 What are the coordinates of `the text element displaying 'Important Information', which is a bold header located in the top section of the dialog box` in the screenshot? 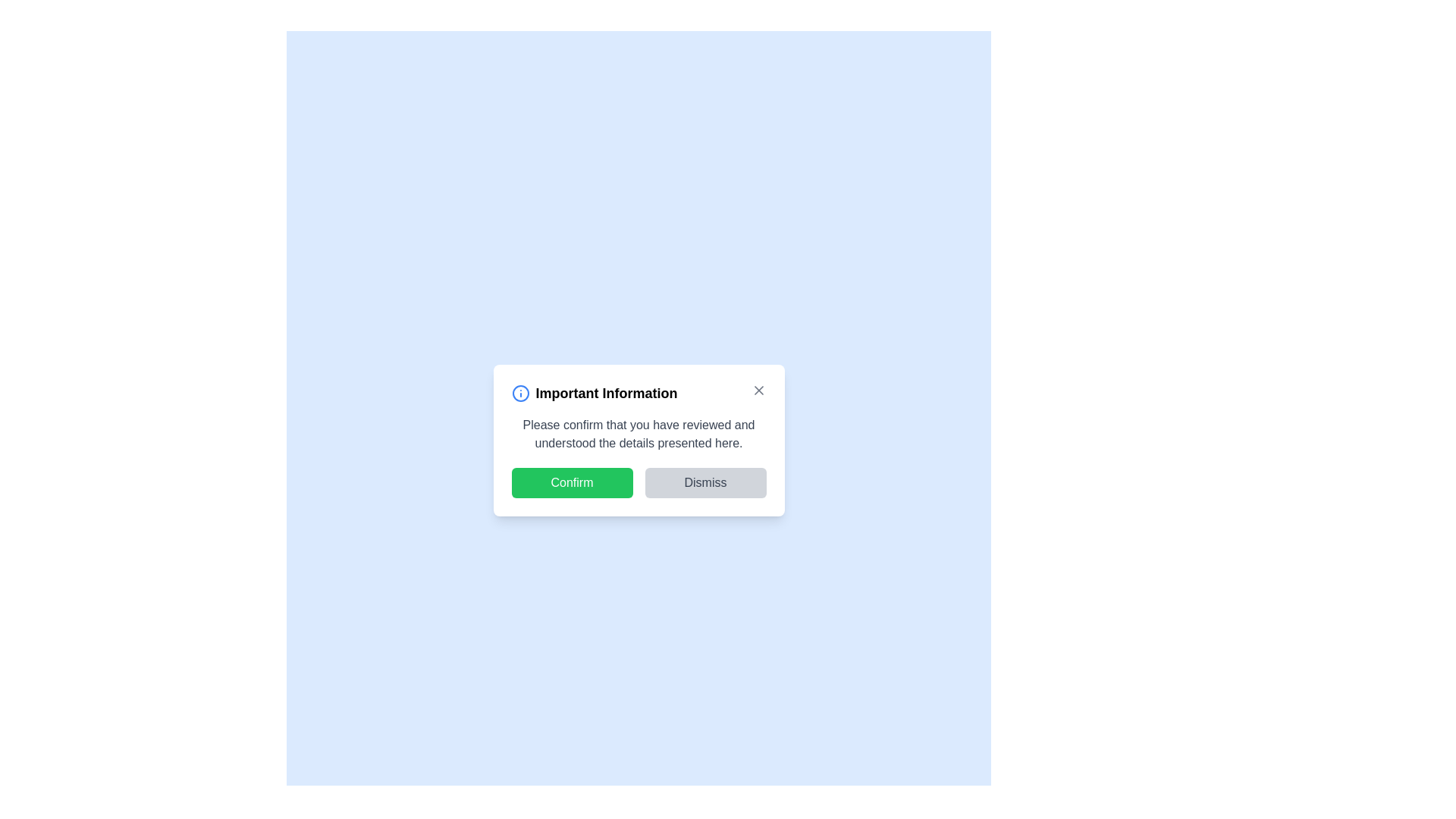 It's located at (607, 393).